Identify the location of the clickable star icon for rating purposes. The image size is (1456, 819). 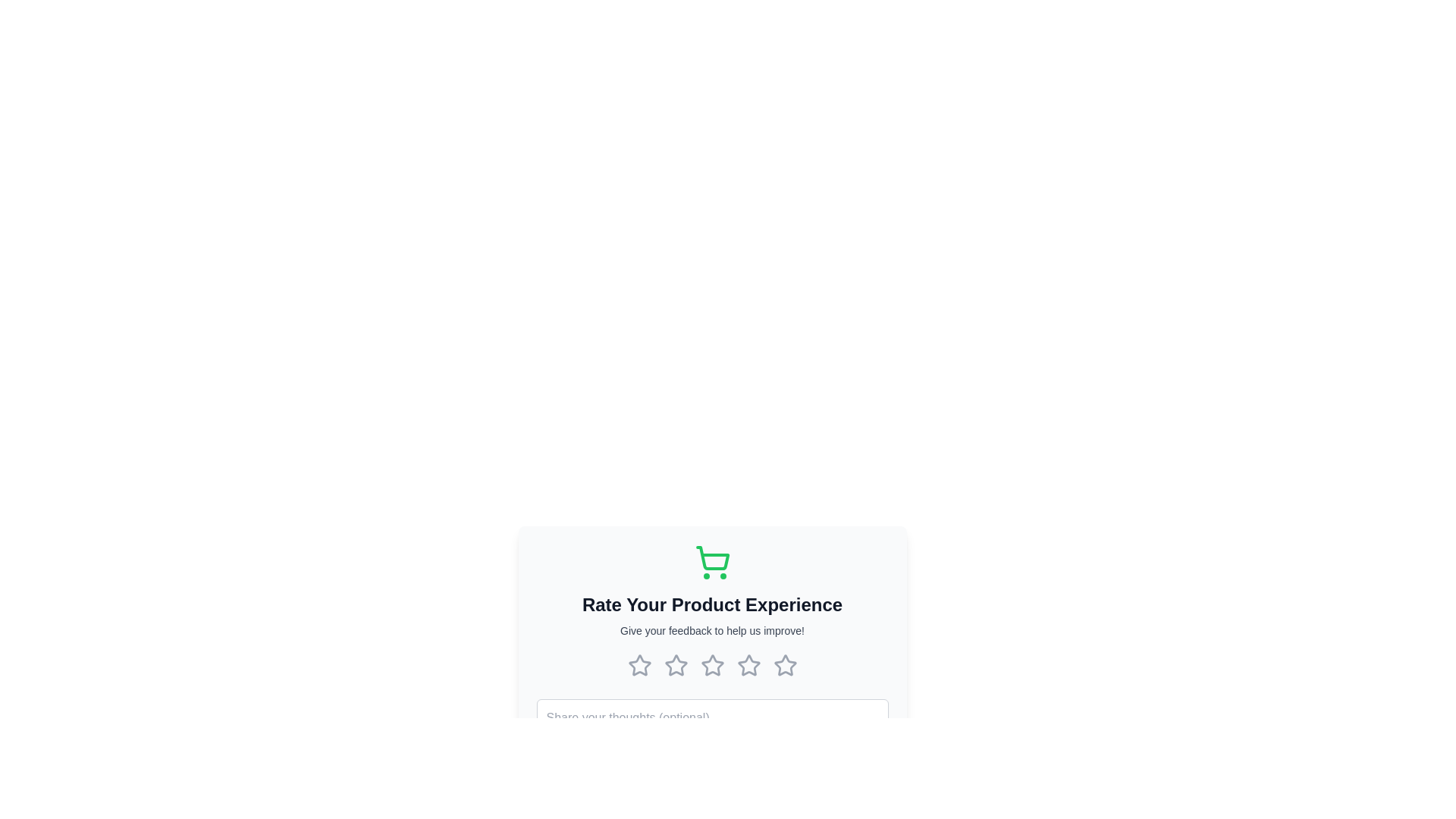
(785, 665).